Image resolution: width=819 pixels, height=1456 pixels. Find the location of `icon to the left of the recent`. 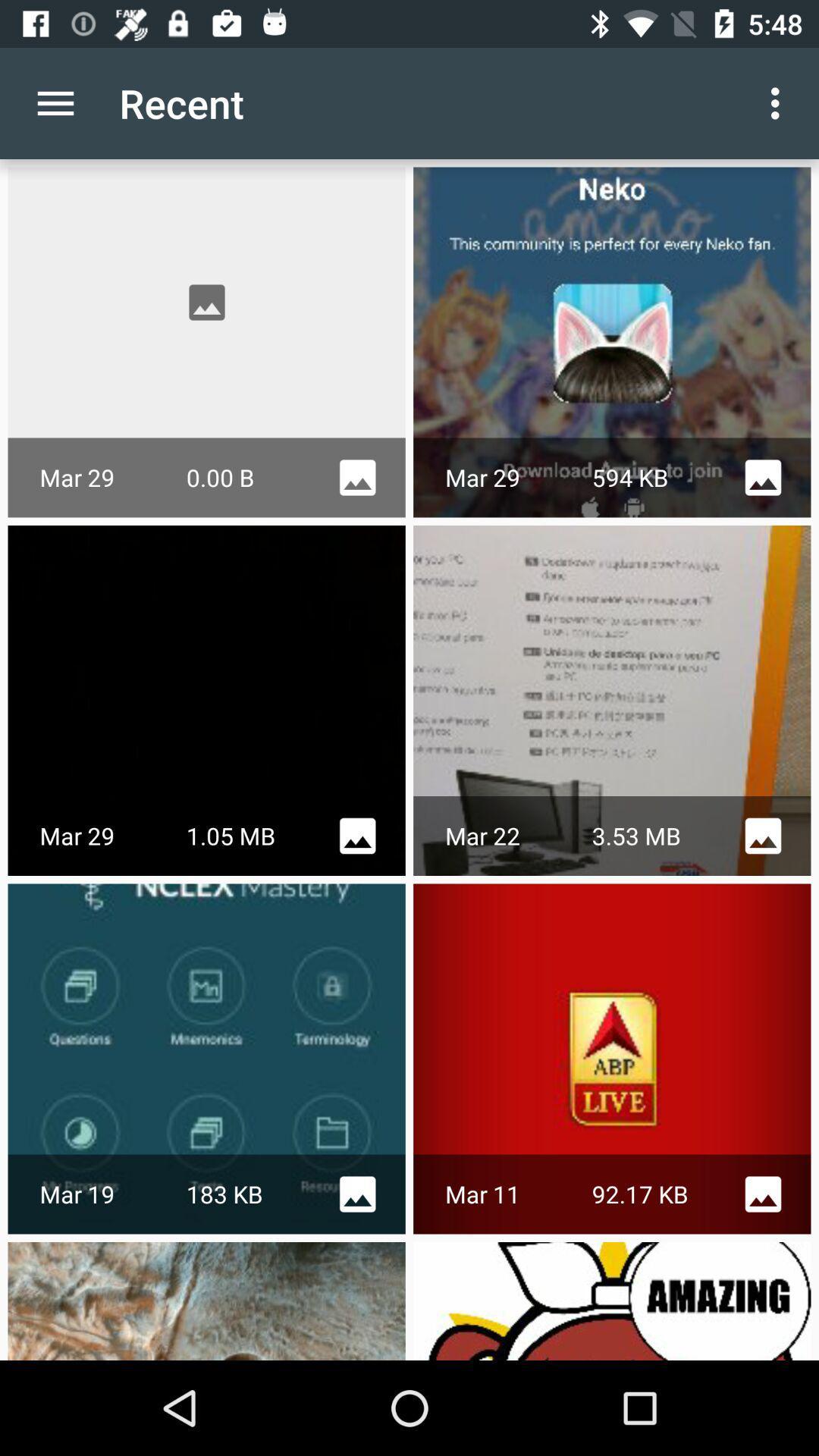

icon to the left of the recent is located at coordinates (55, 102).